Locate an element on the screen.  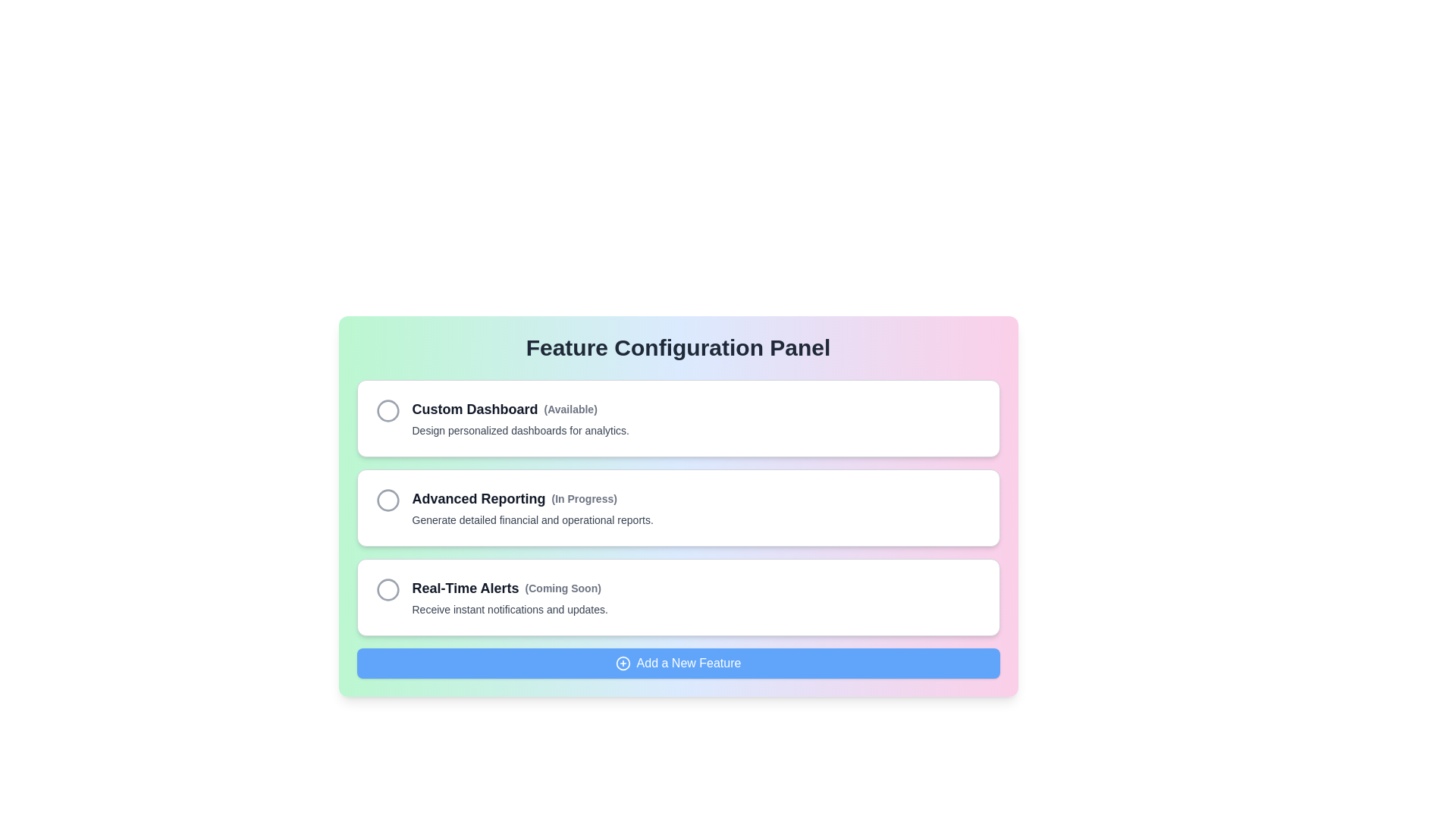
the informational text element that describes the 'Custom Dashboard' feature, which states 'Design personalized dashboards for analytics.' located in the first card of the 'Feature Configuration Panel' is located at coordinates (520, 430).